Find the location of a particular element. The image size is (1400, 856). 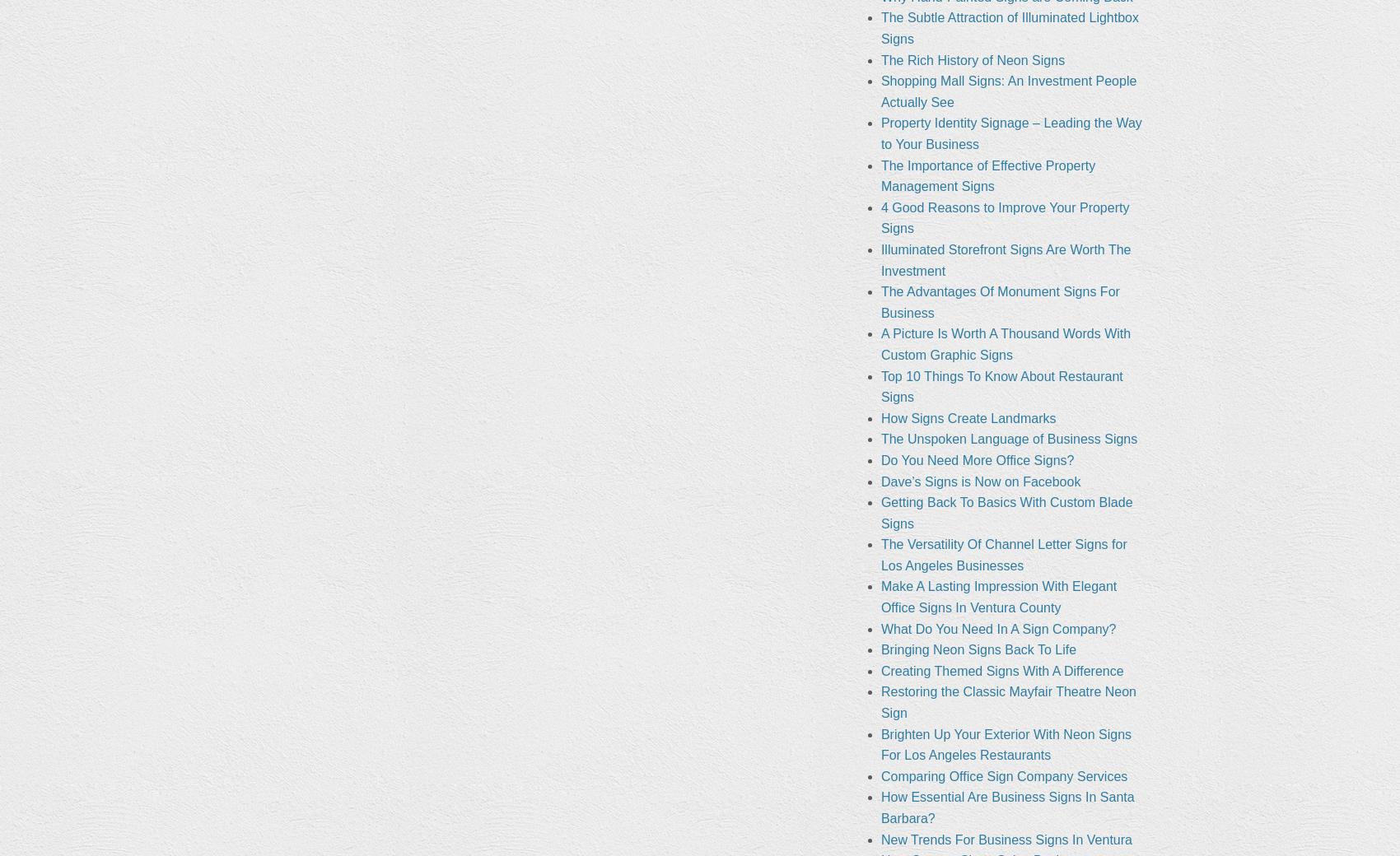

'Getting Back To Basics With Custom Blade Signs' is located at coordinates (1005, 511).